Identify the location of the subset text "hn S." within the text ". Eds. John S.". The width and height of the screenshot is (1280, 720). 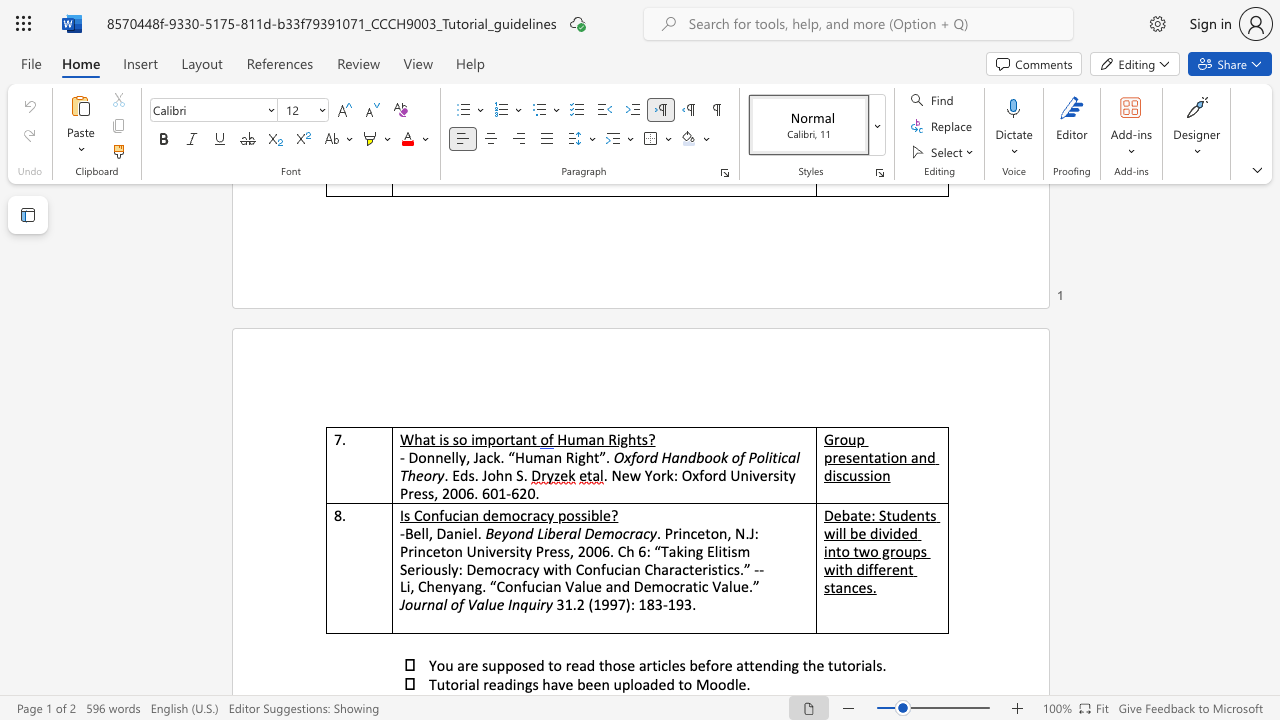
(495, 475).